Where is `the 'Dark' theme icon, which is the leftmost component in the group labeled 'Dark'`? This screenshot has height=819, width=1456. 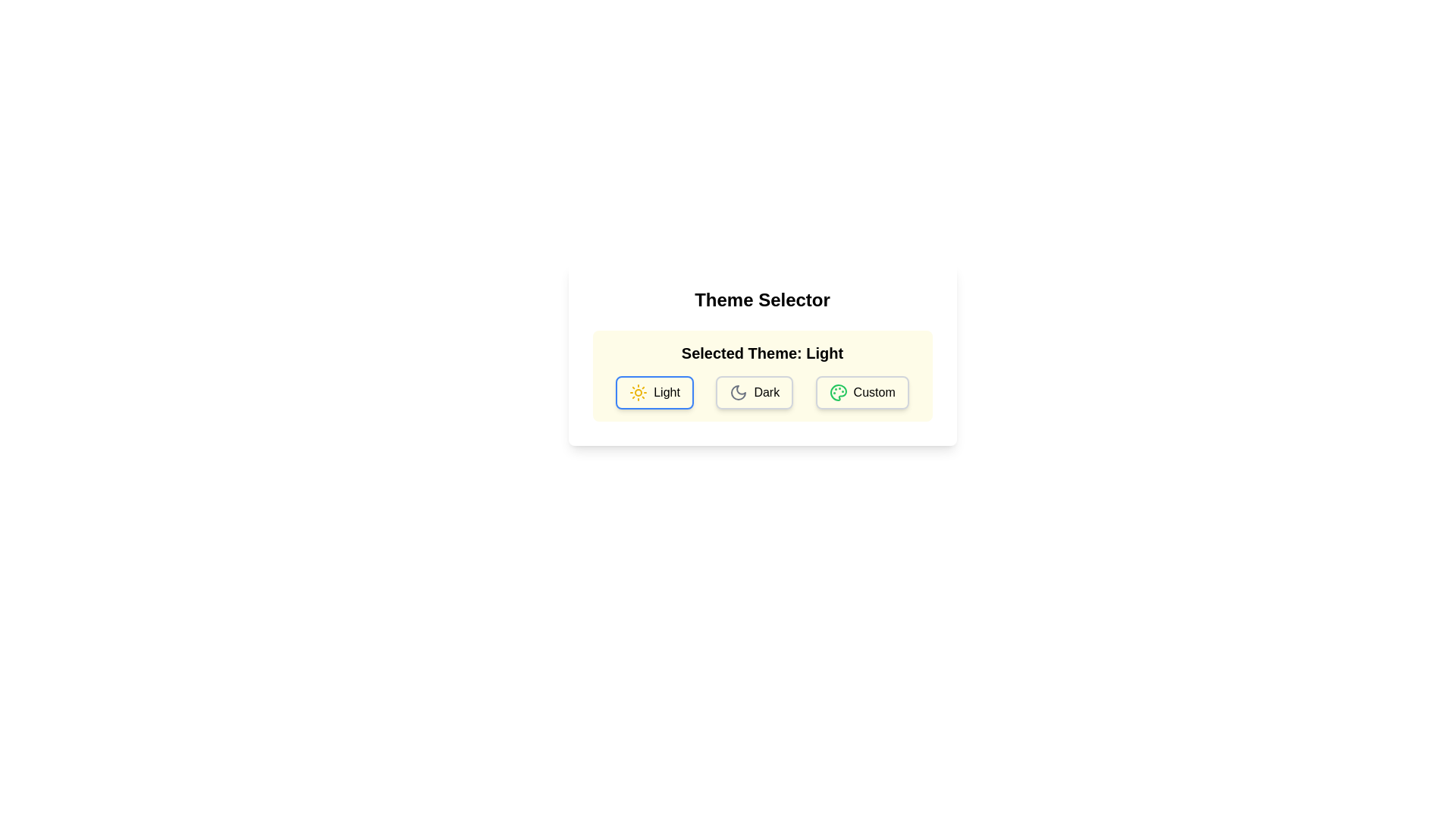 the 'Dark' theme icon, which is the leftmost component in the group labeled 'Dark' is located at coordinates (739, 391).